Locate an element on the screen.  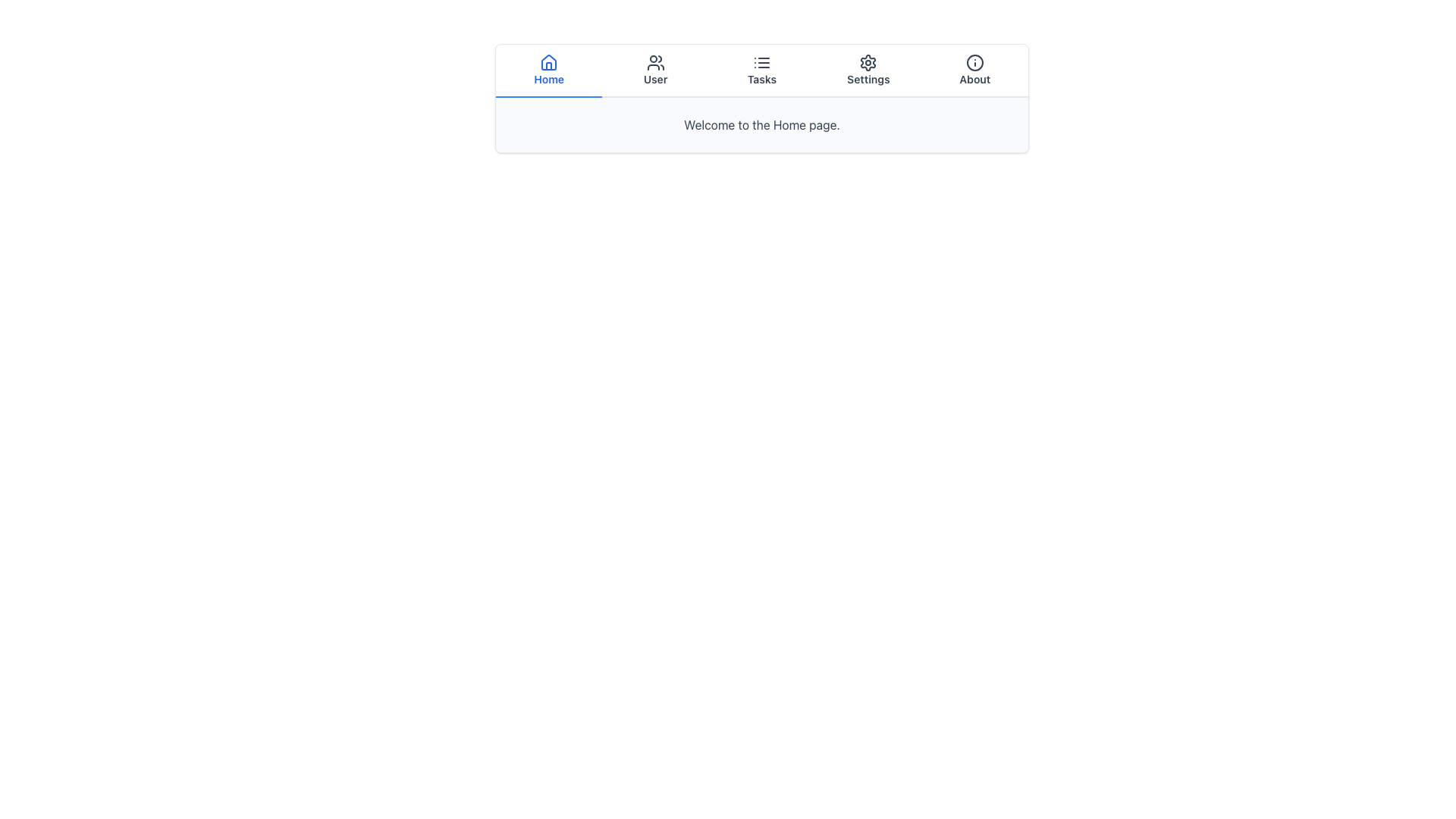
the 'Settings' text label in the navigation bar is located at coordinates (868, 79).